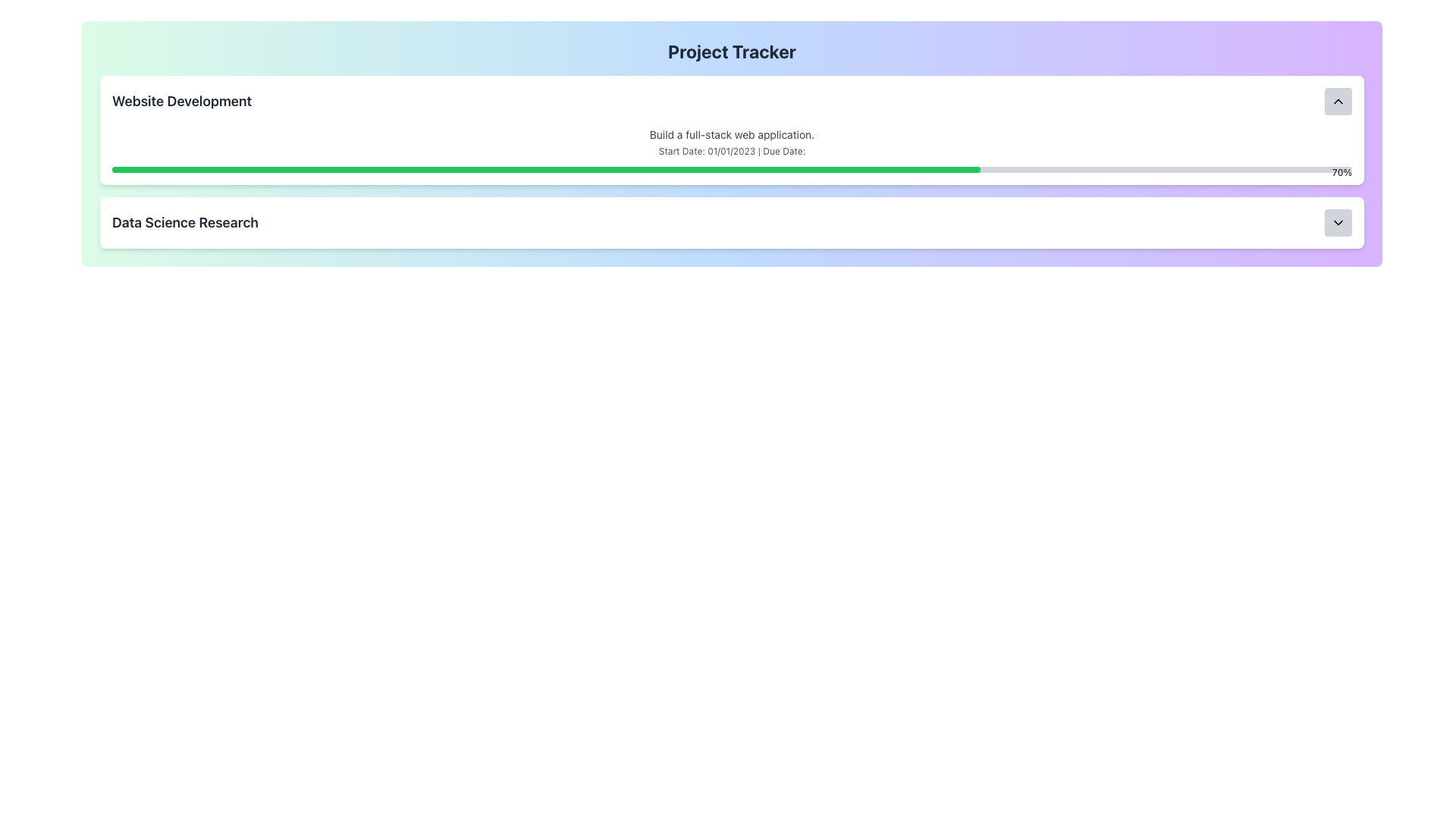 The width and height of the screenshot is (1456, 819). What do you see at coordinates (732, 152) in the screenshot?
I see `static textual label displaying 'Start Date: 01/01/2023 | Due Date:' located between the header 'Build a full-stack web application.' and the progress bar in the 'Website Development' section` at bounding box center [732, 152].